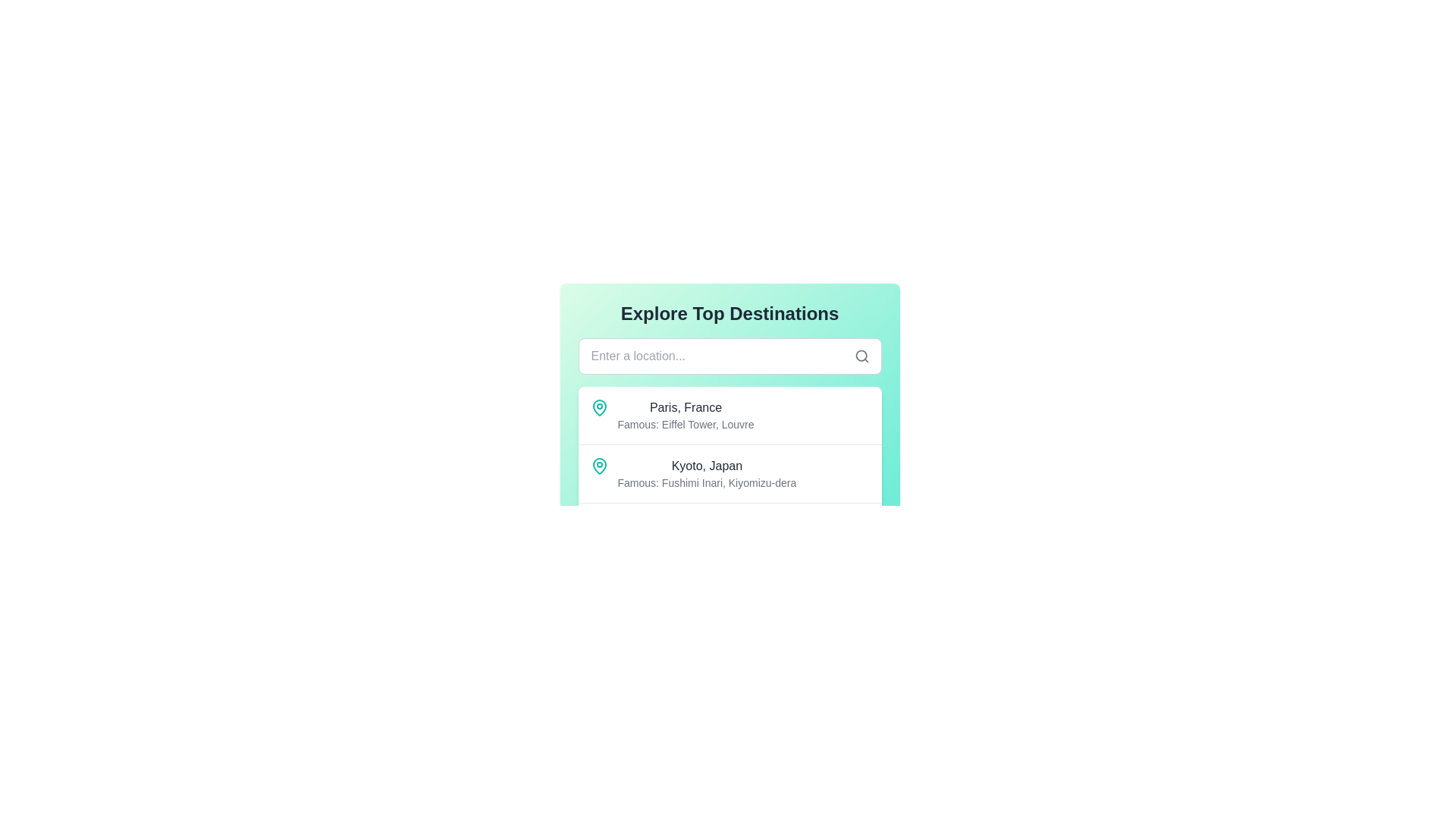 The height and width of the screenshot is (819, 1456). Describe the element at coordinates (706, 482) in the screenshot. I see `the text label displaying 'Famous: Fushimi Inari, Kiyomizu-dera', which is styled with a small gray font and positioned below the heading 'Kyoto, Japan'` at that location.